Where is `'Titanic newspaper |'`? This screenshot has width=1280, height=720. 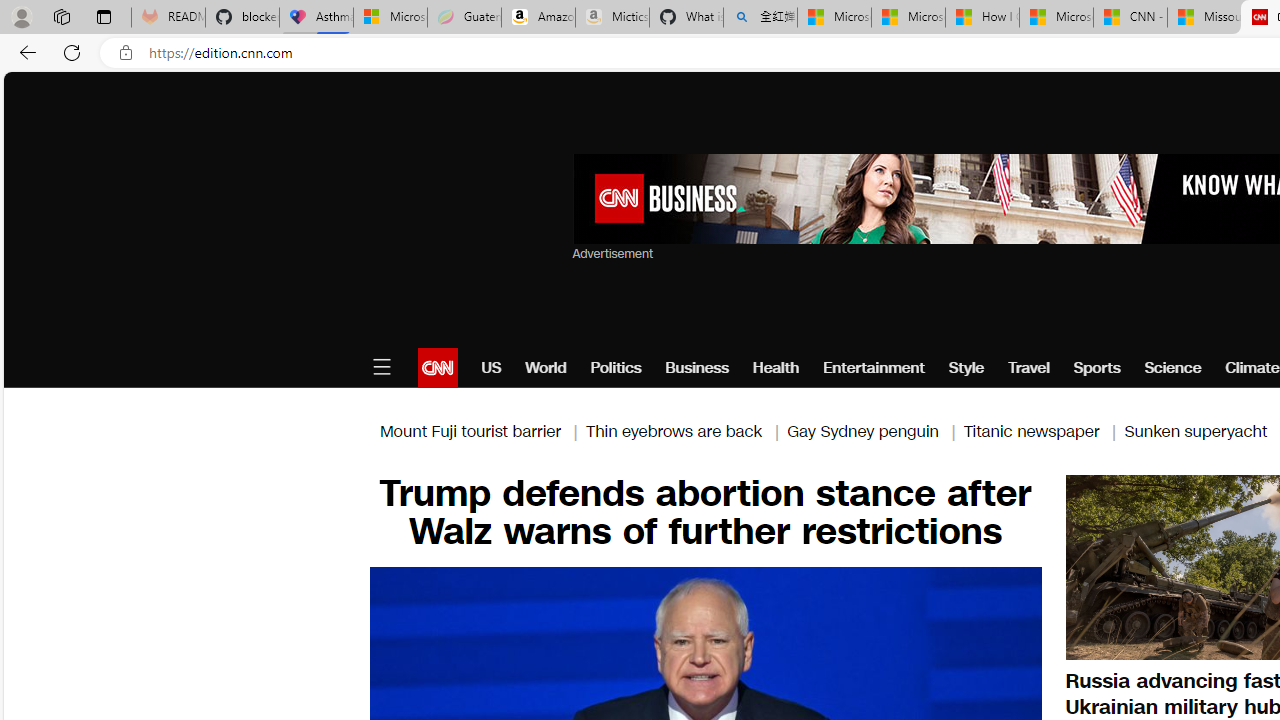 'Titanic newspaper |' is located at coordinates (1042, 430).